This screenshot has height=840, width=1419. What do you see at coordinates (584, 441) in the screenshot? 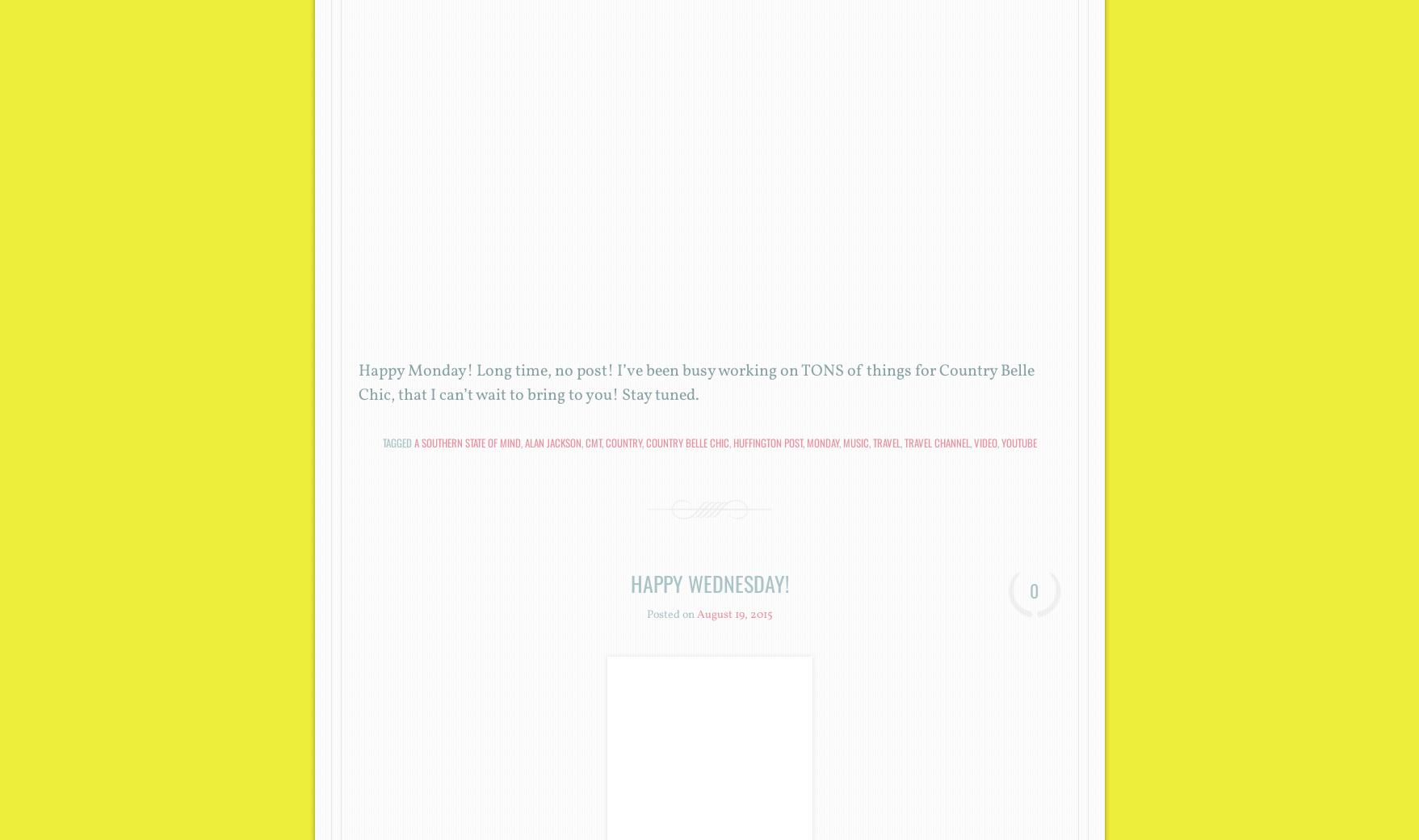
I see `'cmt'` at bounding box center [584, 441].